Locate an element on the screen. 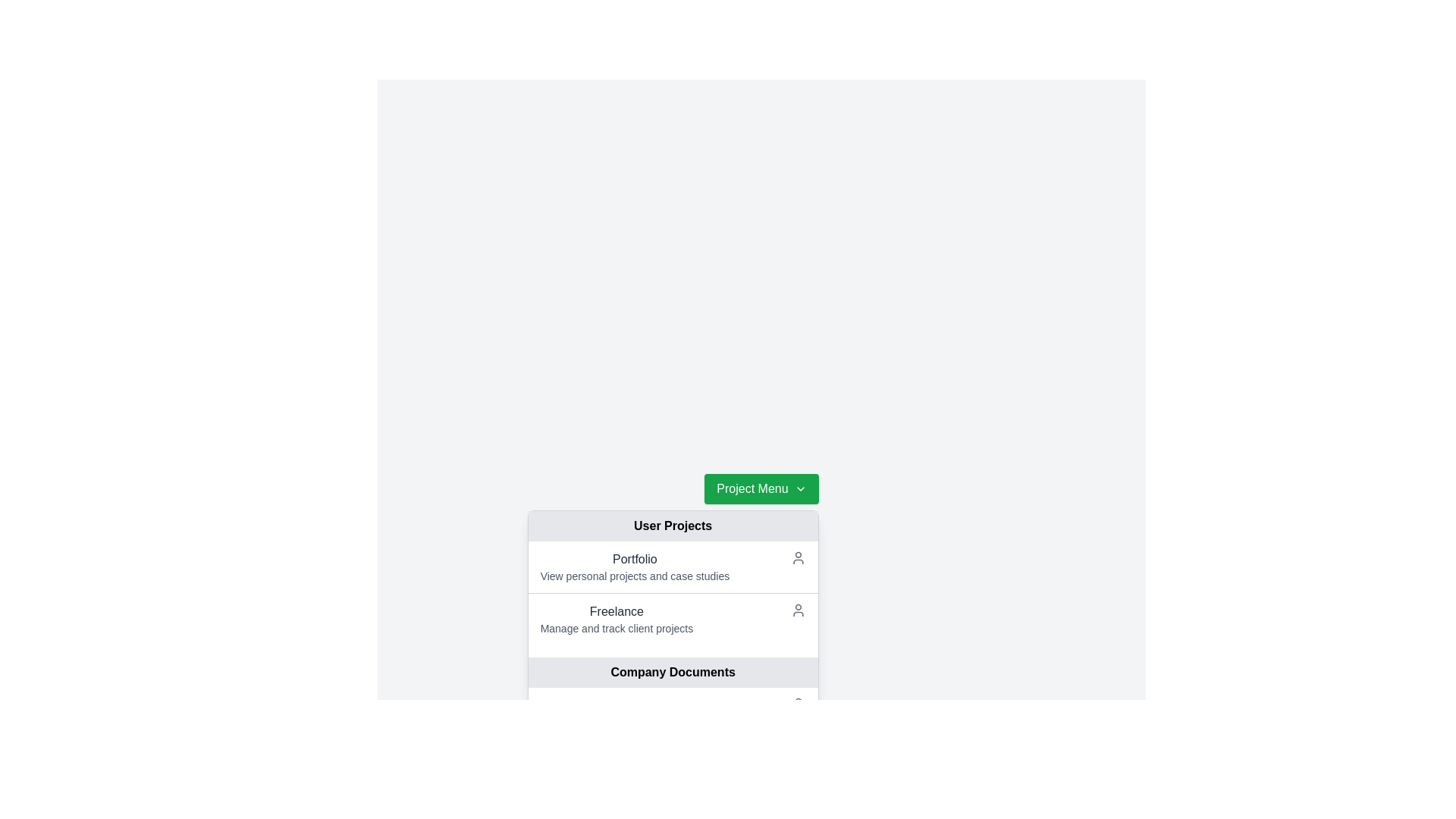 The width and height of the screenshot is (1456, 819). the 'Freelance' text label located in the 'User Projects' section of the dropdown menu is located at coordinates (617, 610).